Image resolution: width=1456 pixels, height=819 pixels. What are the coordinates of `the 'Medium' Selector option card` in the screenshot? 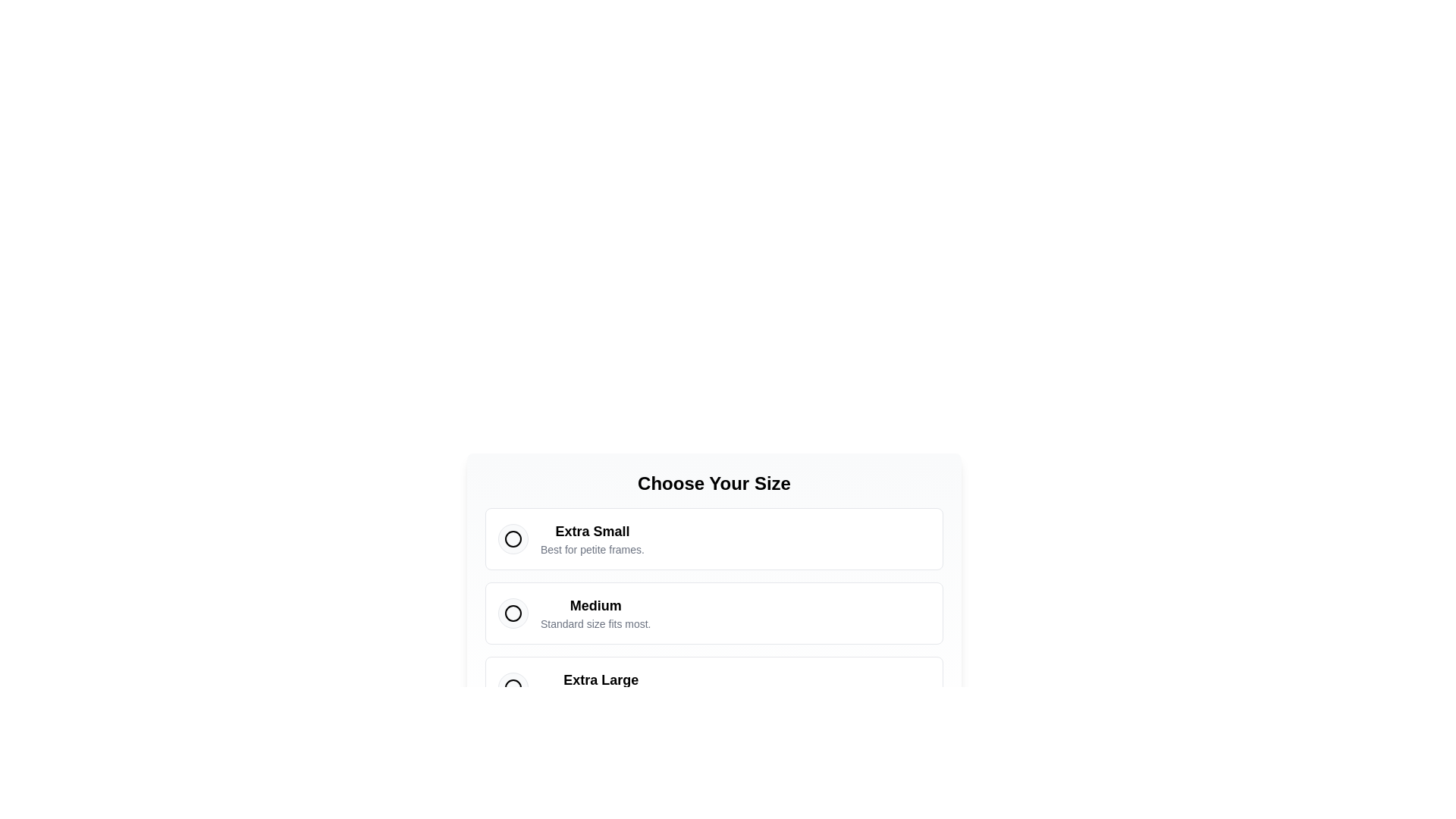 It's located at (713, 613).